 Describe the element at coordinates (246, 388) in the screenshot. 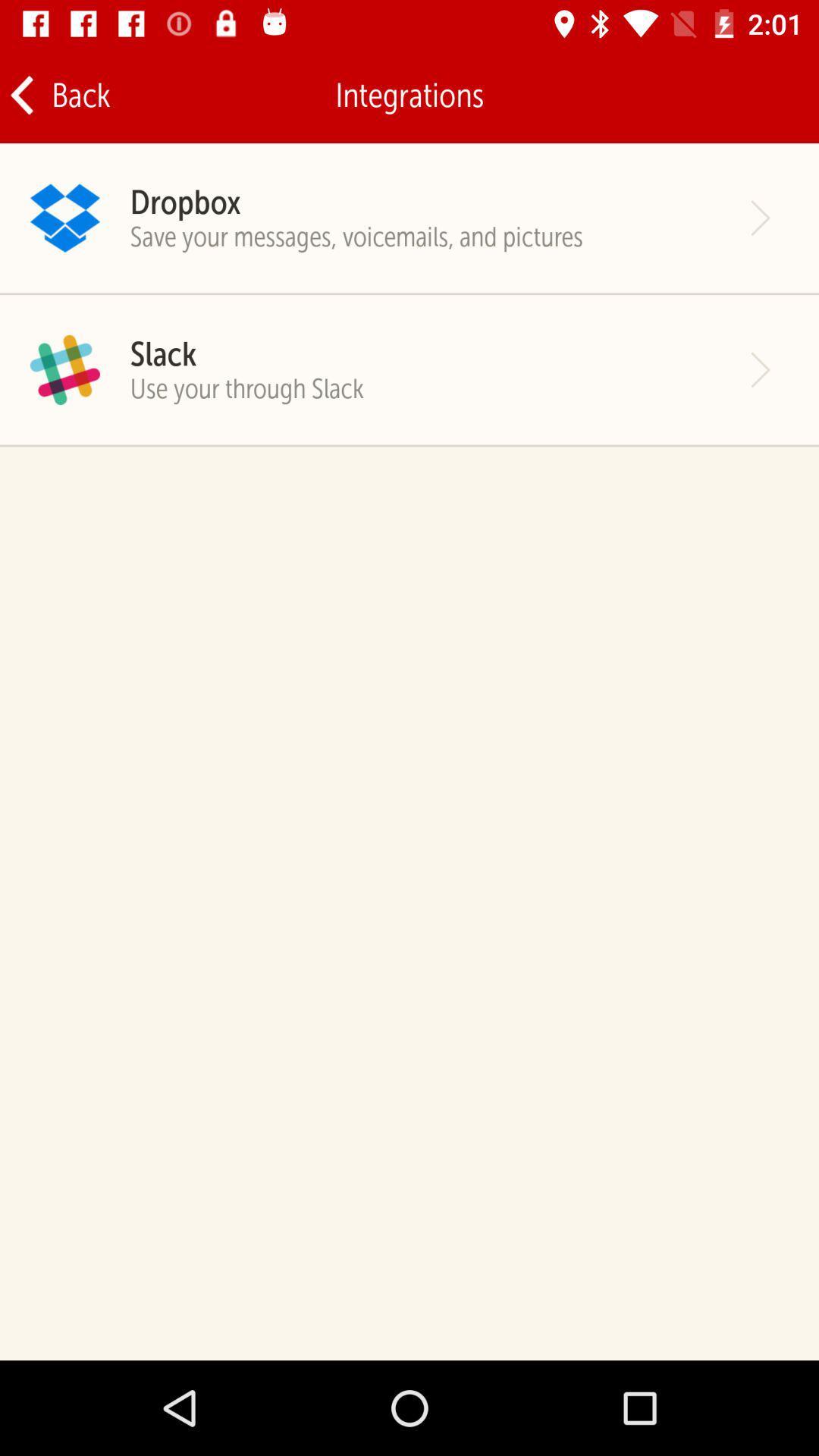

I see `item below the slack icon` at that location.